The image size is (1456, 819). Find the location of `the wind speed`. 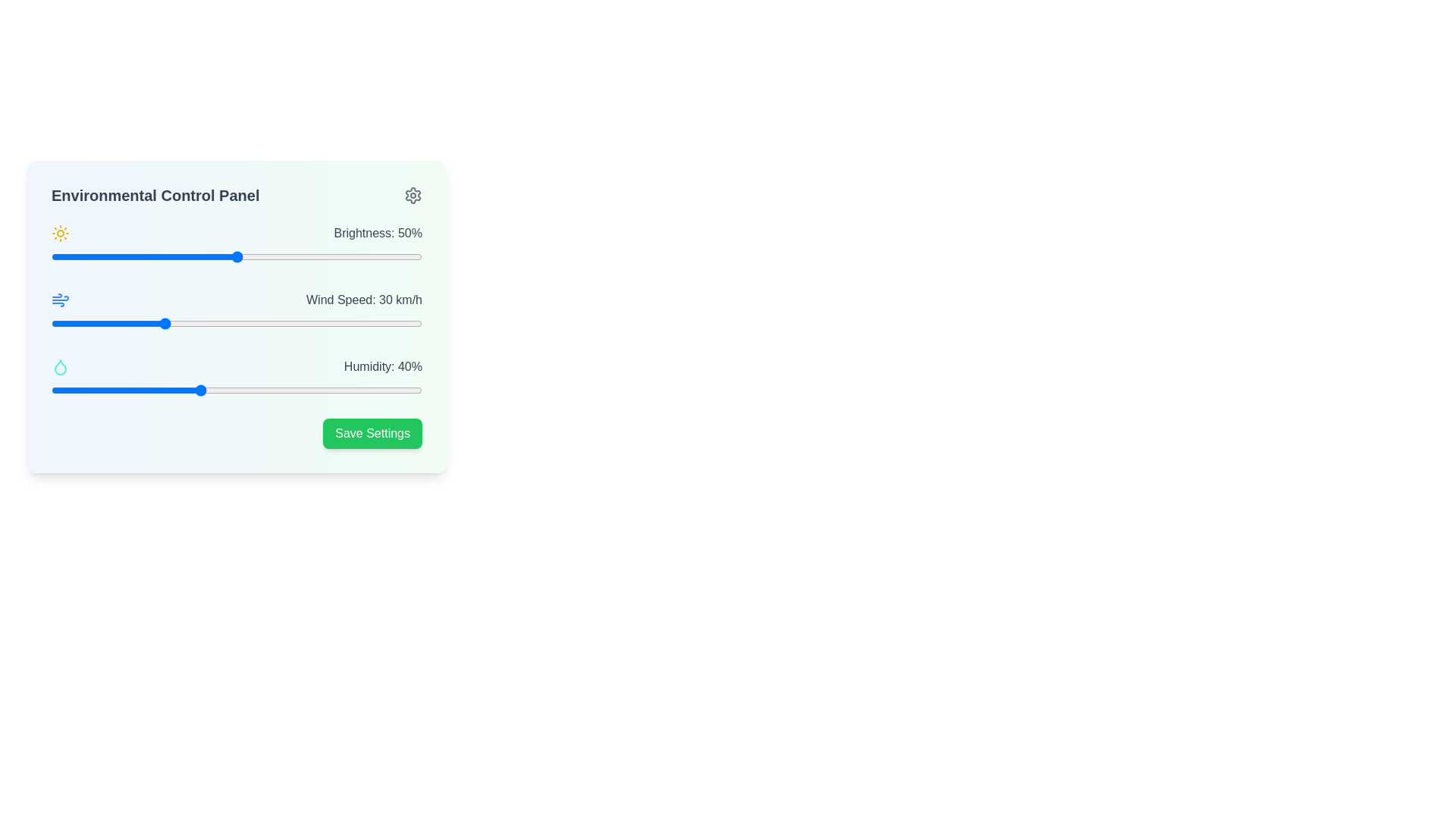

the wind speed is located at coordinates (170, 323).